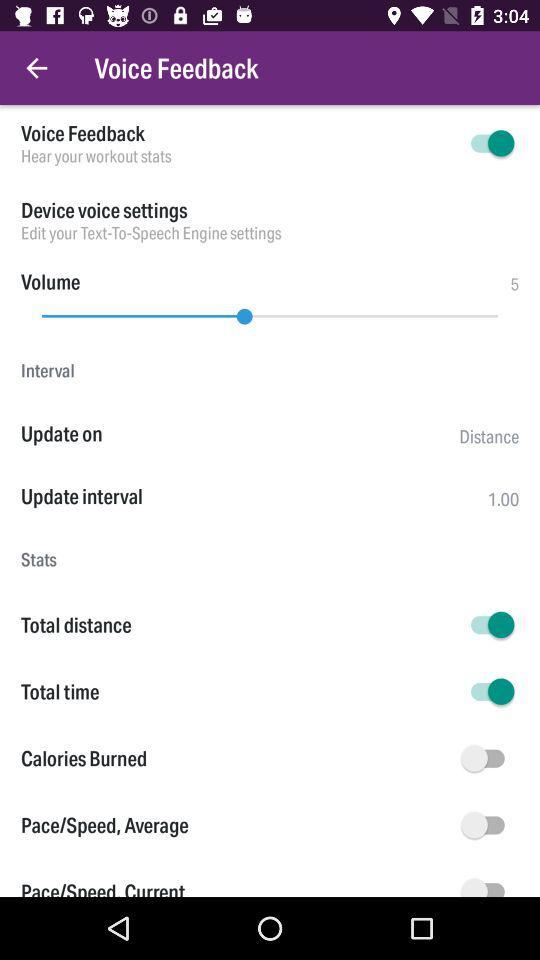 This screenshot has width=540, height=960. What do you see at coordinates (238, 155) in the screenshot?
I see `item above device voice settings` at bounding box center [238, 155].